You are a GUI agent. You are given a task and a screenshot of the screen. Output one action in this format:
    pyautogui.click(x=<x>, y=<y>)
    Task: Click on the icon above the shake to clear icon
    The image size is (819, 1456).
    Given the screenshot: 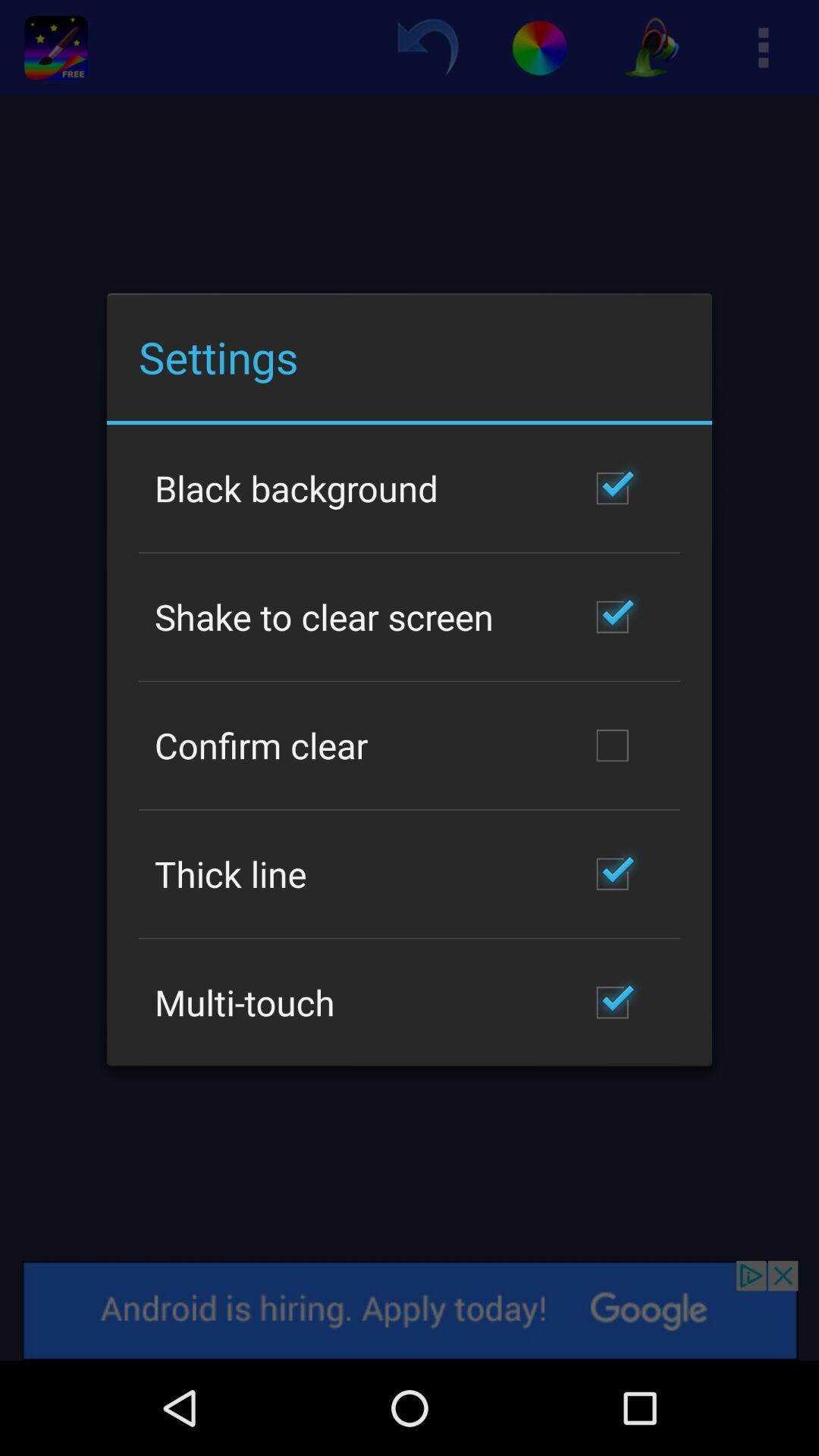 What is the action you would take?
    pyautogui.click(x=297, y=488)
    